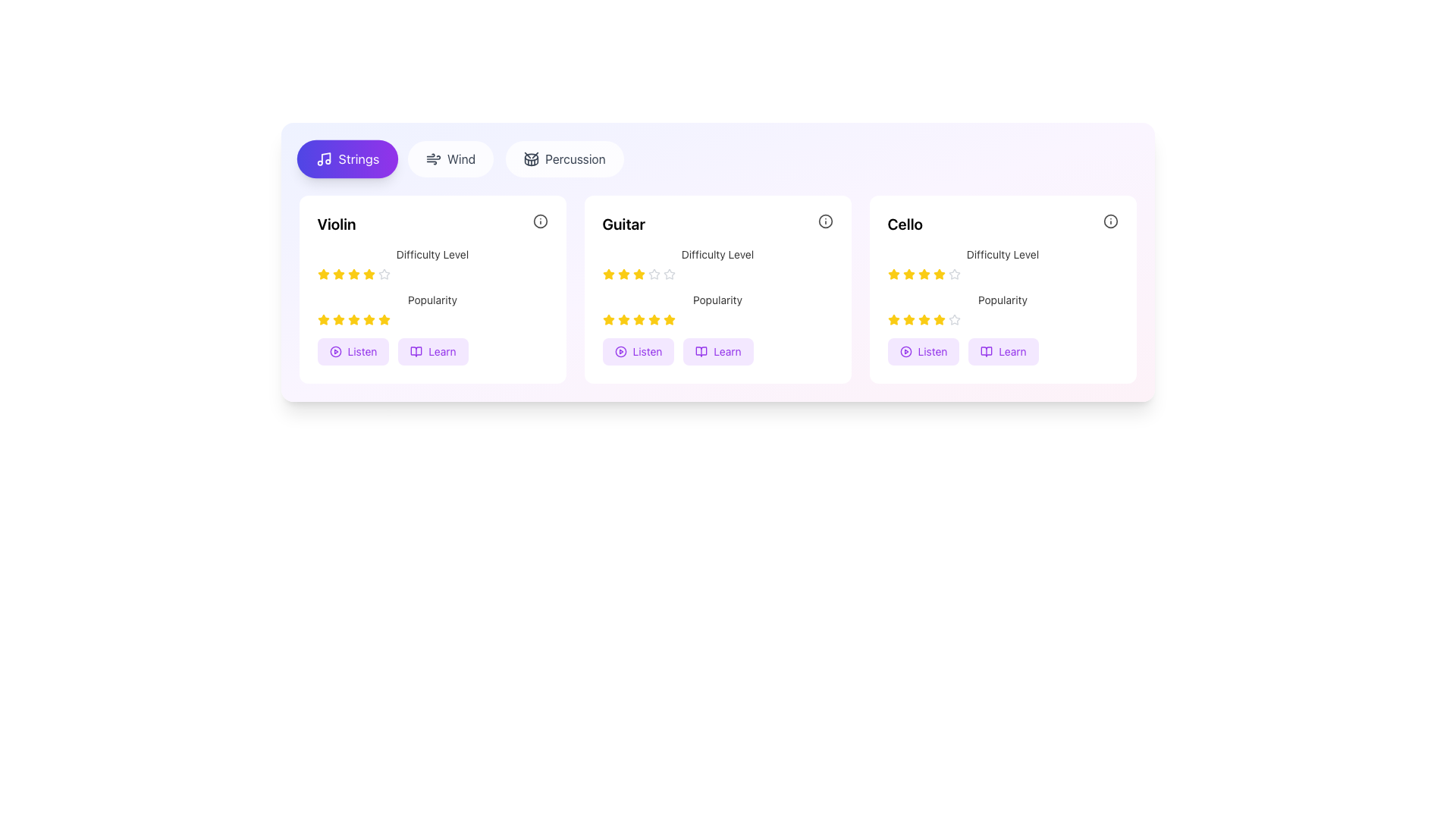  Describe the element at coordinates (361, 351) in the screenshot. I see `text label that says 'Listen' which is styled in vibrant purple and is part of an interactive button adjacent to a media playback icon` at that location.